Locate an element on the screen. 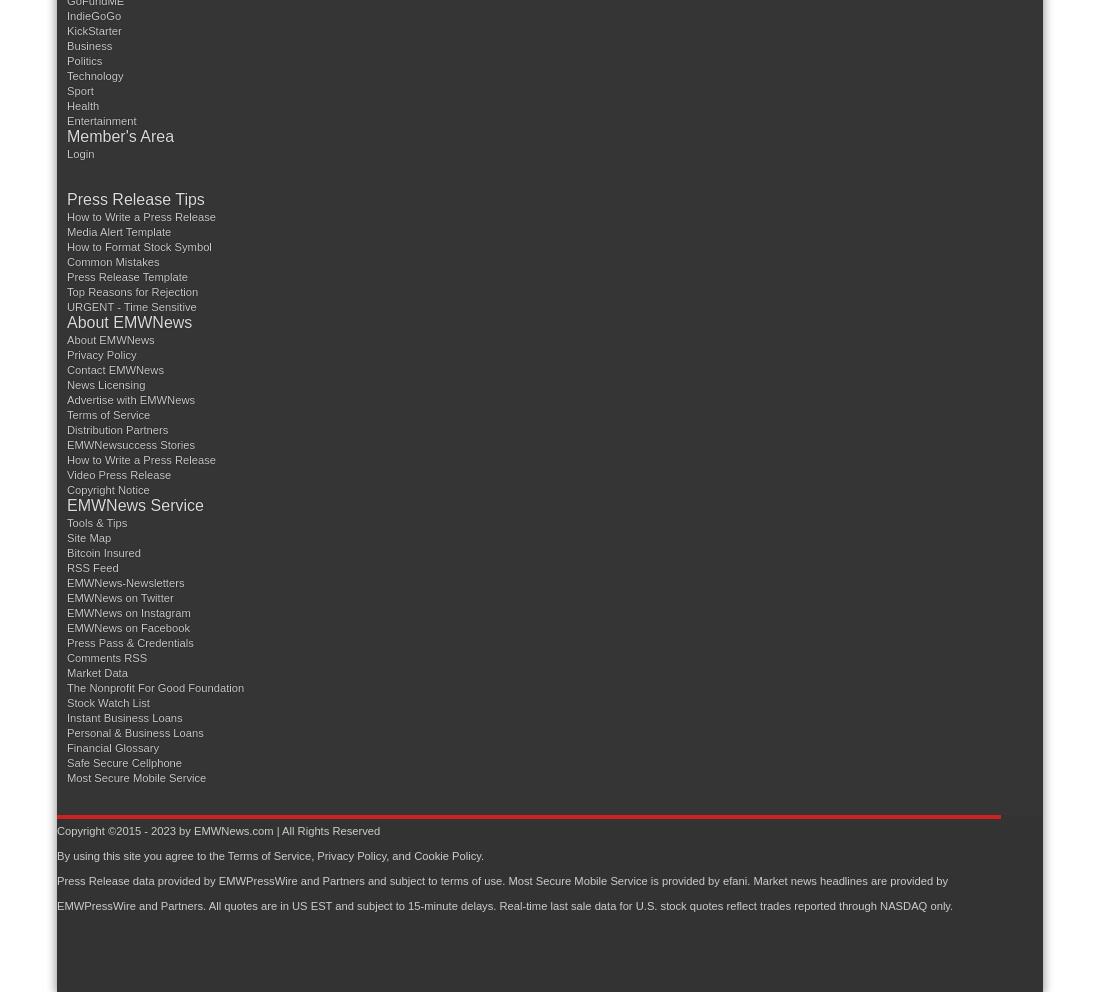  'Most Secure Mobile Service' is located at coordinates (507, 880).